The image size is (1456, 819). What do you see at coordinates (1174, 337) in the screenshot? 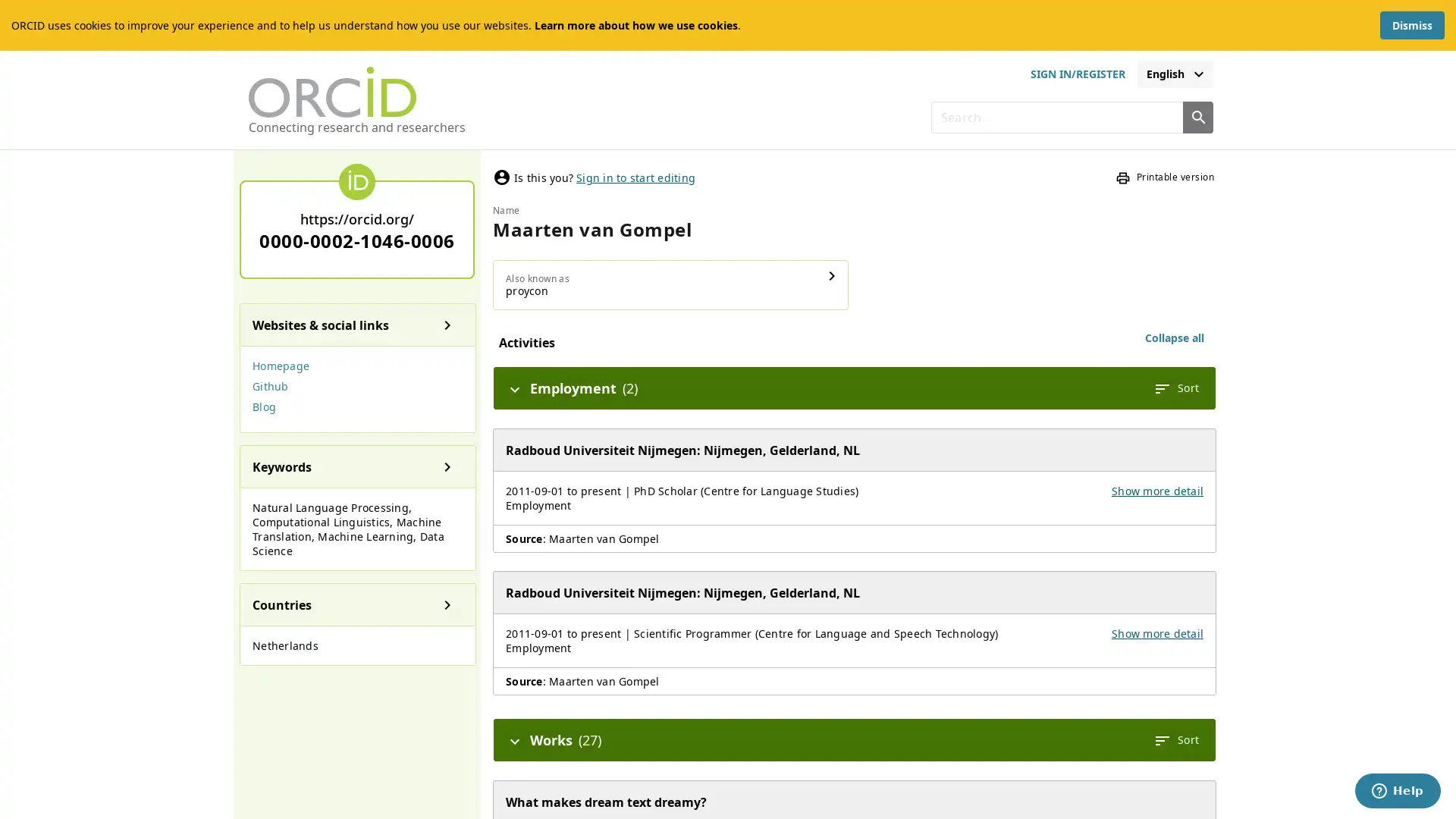
I see `Collapse all` at bounding box center [1174, 337].